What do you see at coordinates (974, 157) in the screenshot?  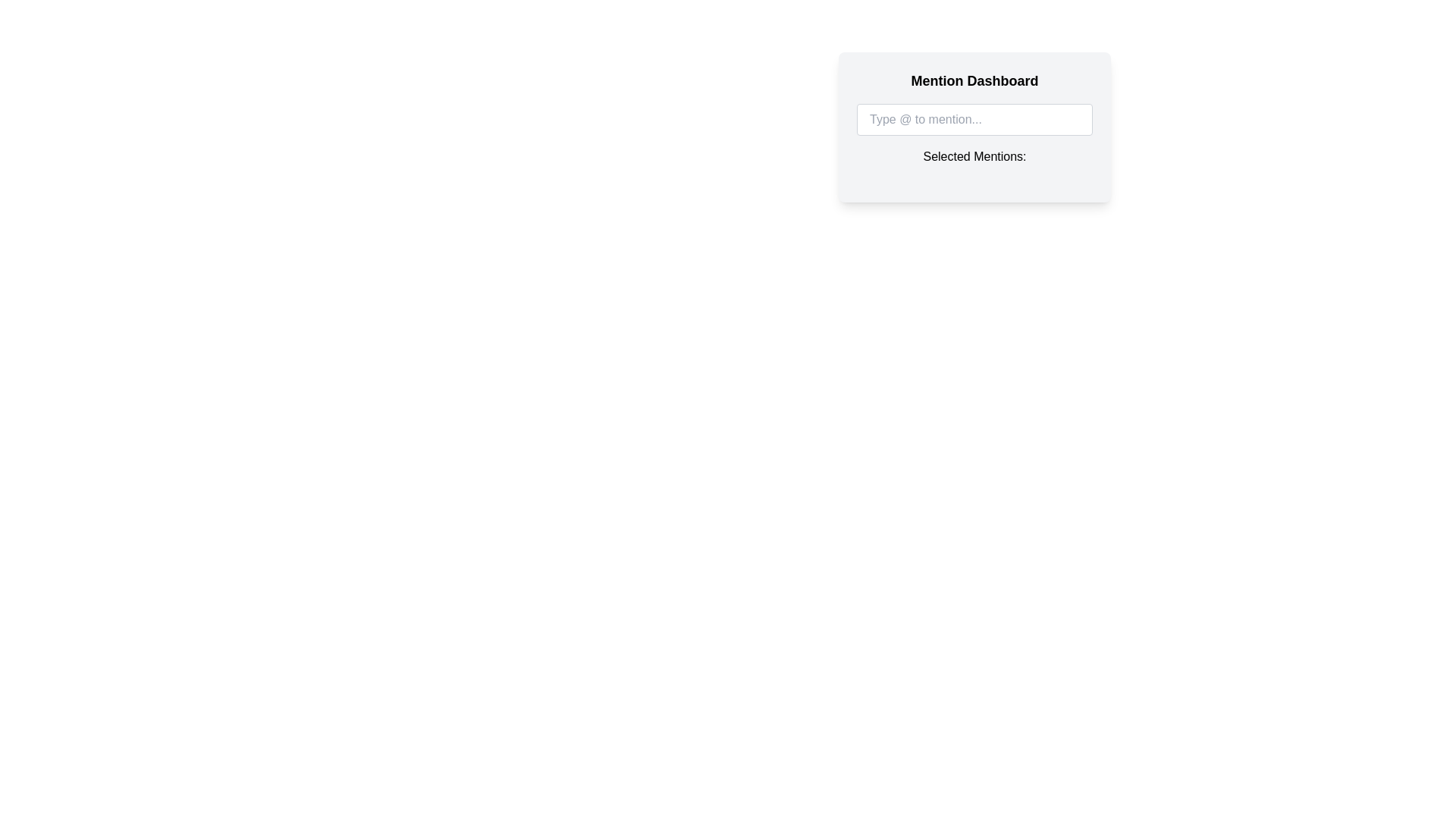 I see `the Label indicating the start of the section designed` at bounding box center [974, 157].